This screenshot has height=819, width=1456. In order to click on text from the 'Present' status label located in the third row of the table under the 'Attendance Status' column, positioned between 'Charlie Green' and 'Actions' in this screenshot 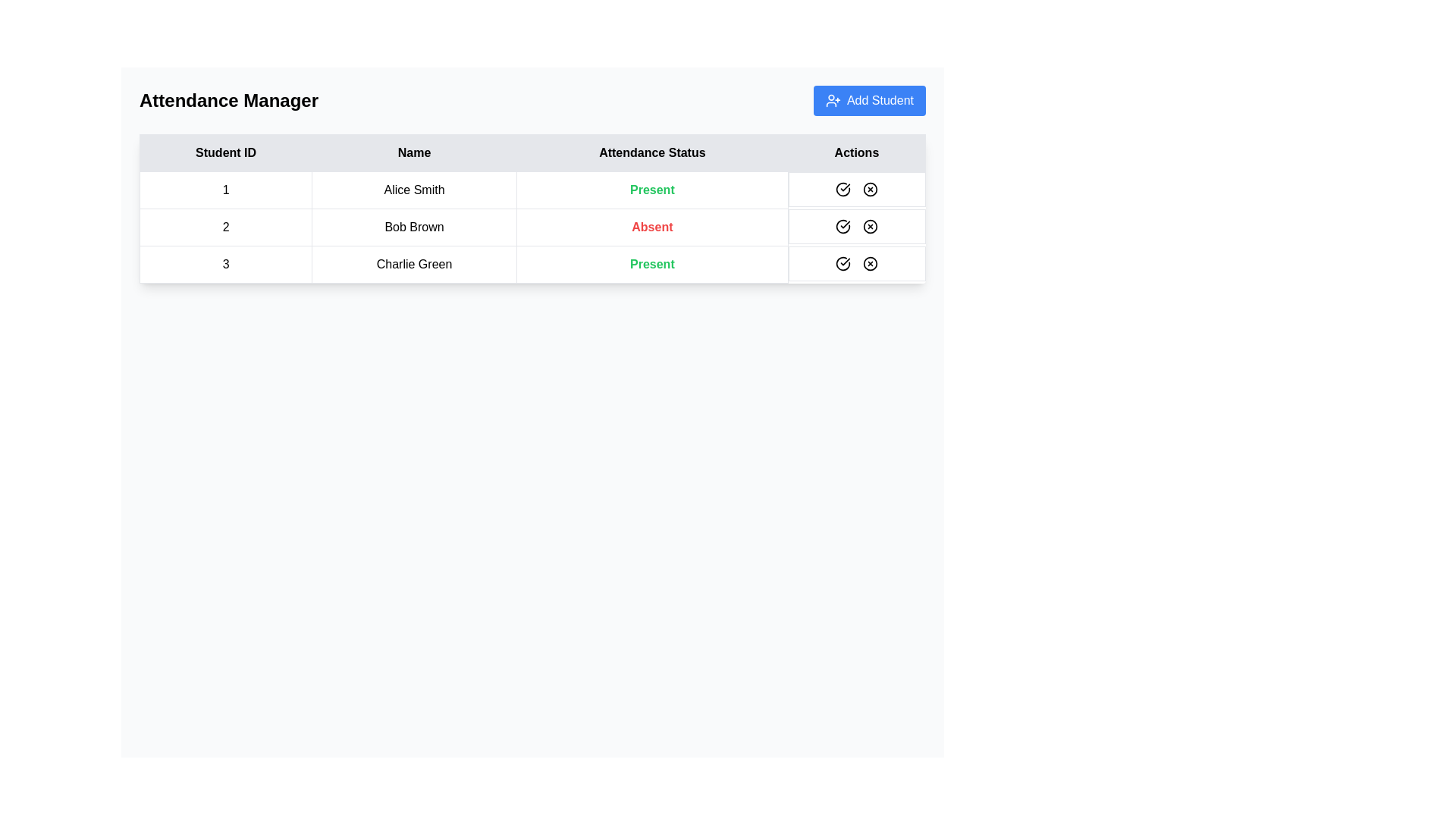, I will do `click(652, 263)`.